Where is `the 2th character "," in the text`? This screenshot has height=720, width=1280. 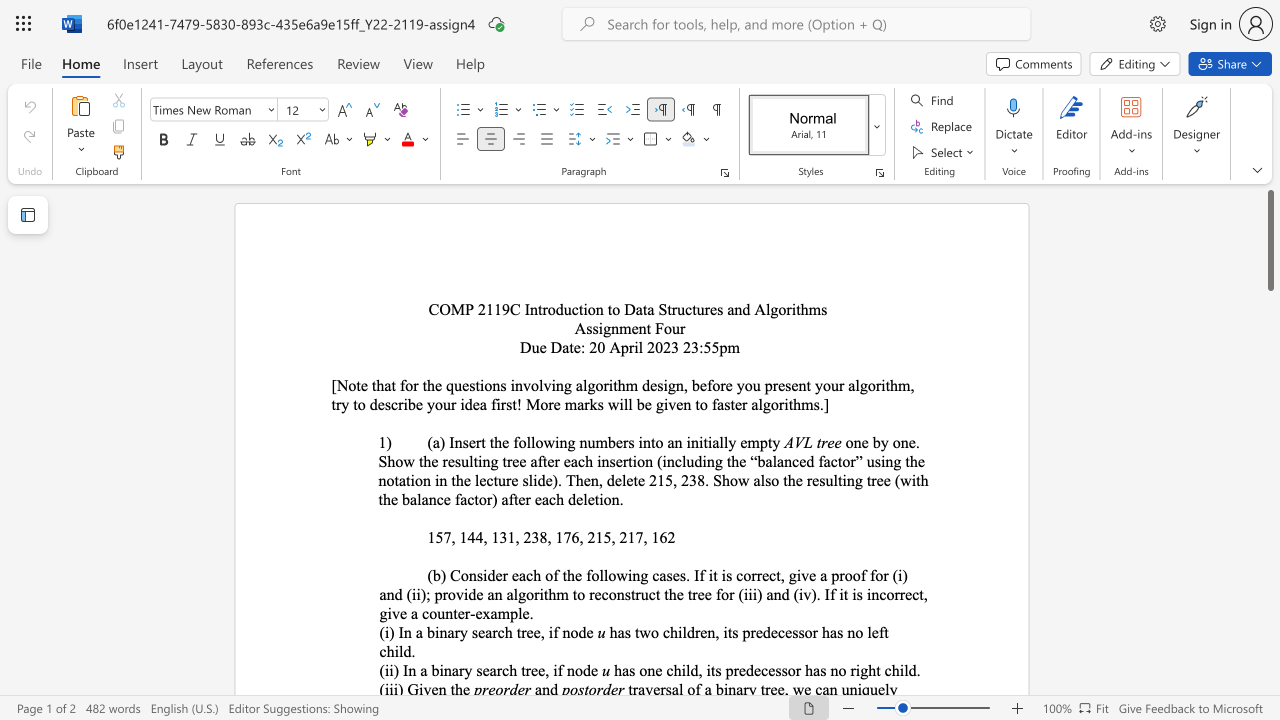 the 2th character "," in the text is located at coordinates (924, 593).